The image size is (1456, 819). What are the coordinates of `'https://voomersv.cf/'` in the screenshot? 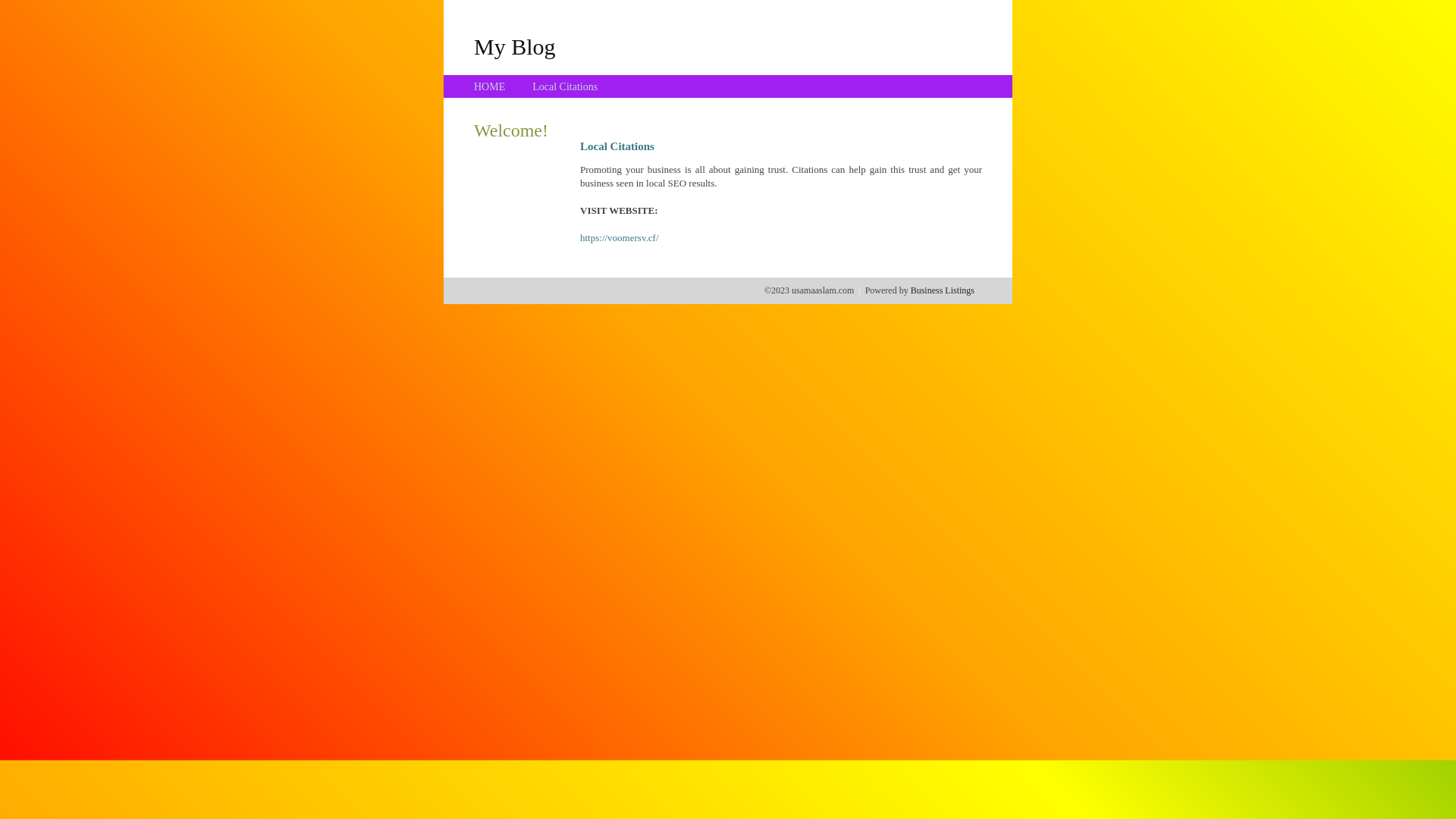 It's located at (619, 237).